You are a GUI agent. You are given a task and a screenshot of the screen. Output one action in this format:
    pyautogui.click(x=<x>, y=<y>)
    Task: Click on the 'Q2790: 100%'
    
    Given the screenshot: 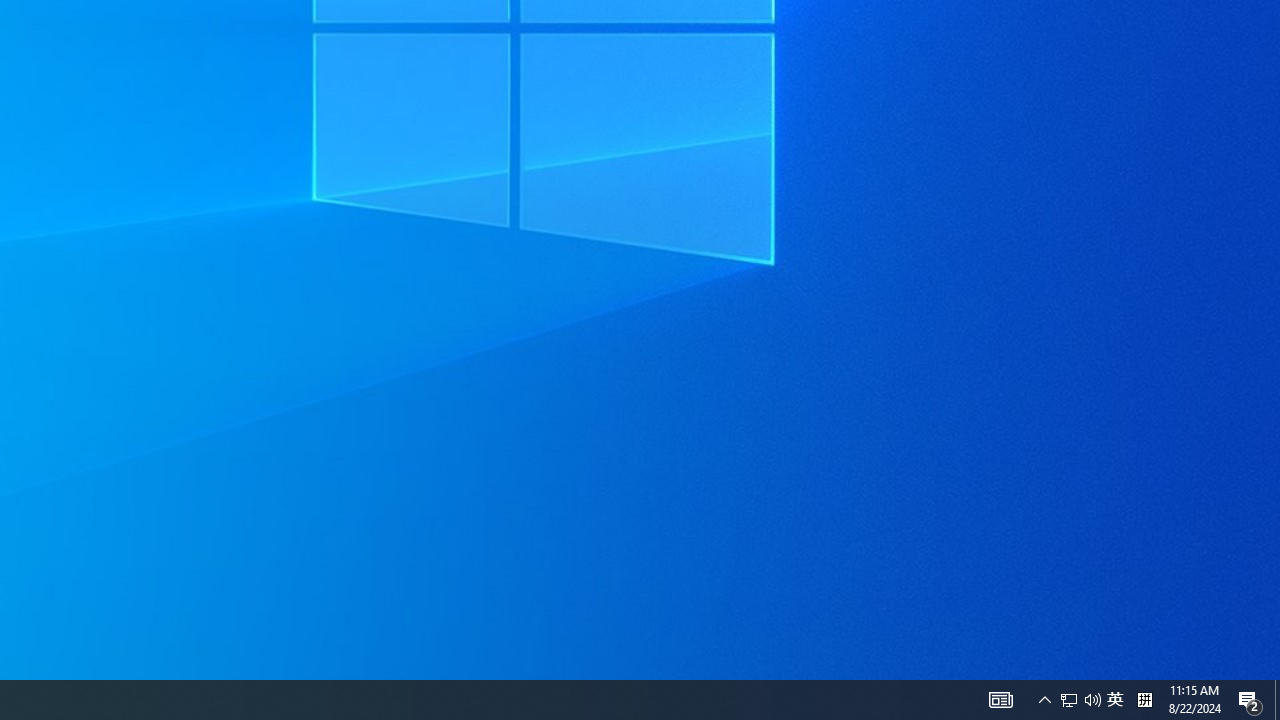 What is the action you would take?
    pyautogui.click(x=1092, y=698)
    